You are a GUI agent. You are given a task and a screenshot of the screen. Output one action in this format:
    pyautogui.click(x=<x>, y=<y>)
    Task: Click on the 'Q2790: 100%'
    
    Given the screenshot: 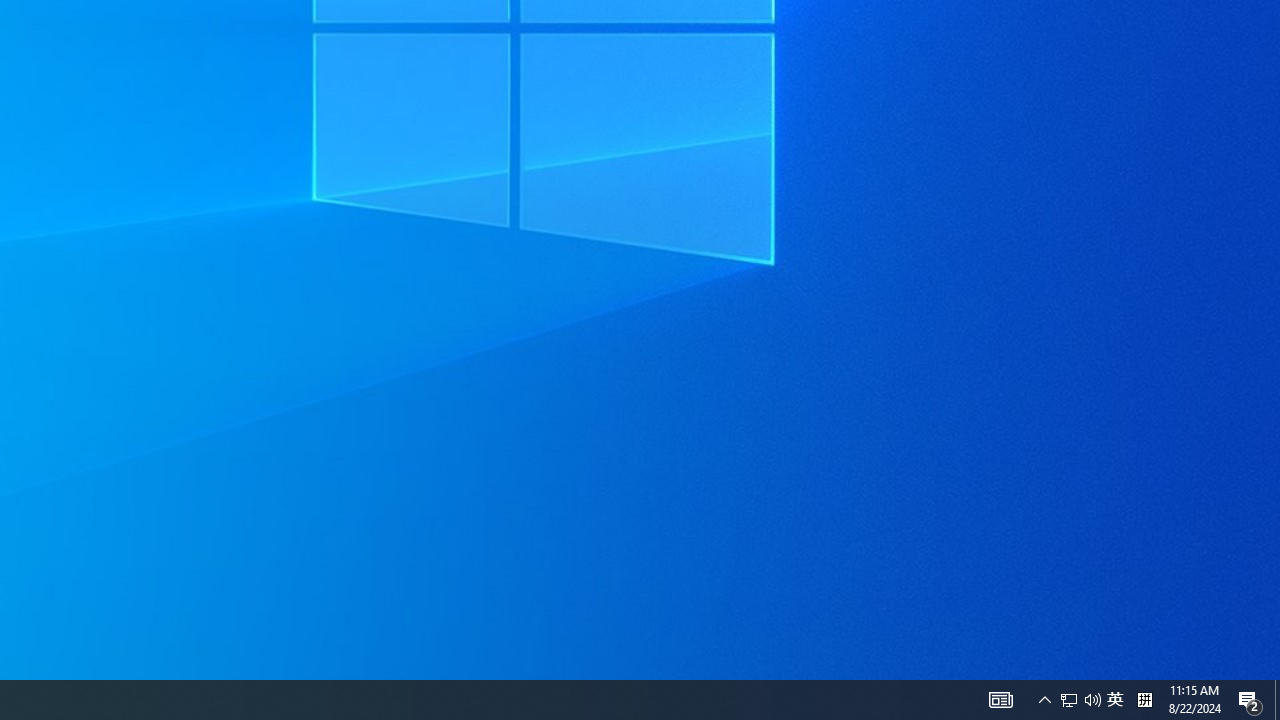 What is the action you would take?
    pyautogui.click(x=1092, y=698)
    